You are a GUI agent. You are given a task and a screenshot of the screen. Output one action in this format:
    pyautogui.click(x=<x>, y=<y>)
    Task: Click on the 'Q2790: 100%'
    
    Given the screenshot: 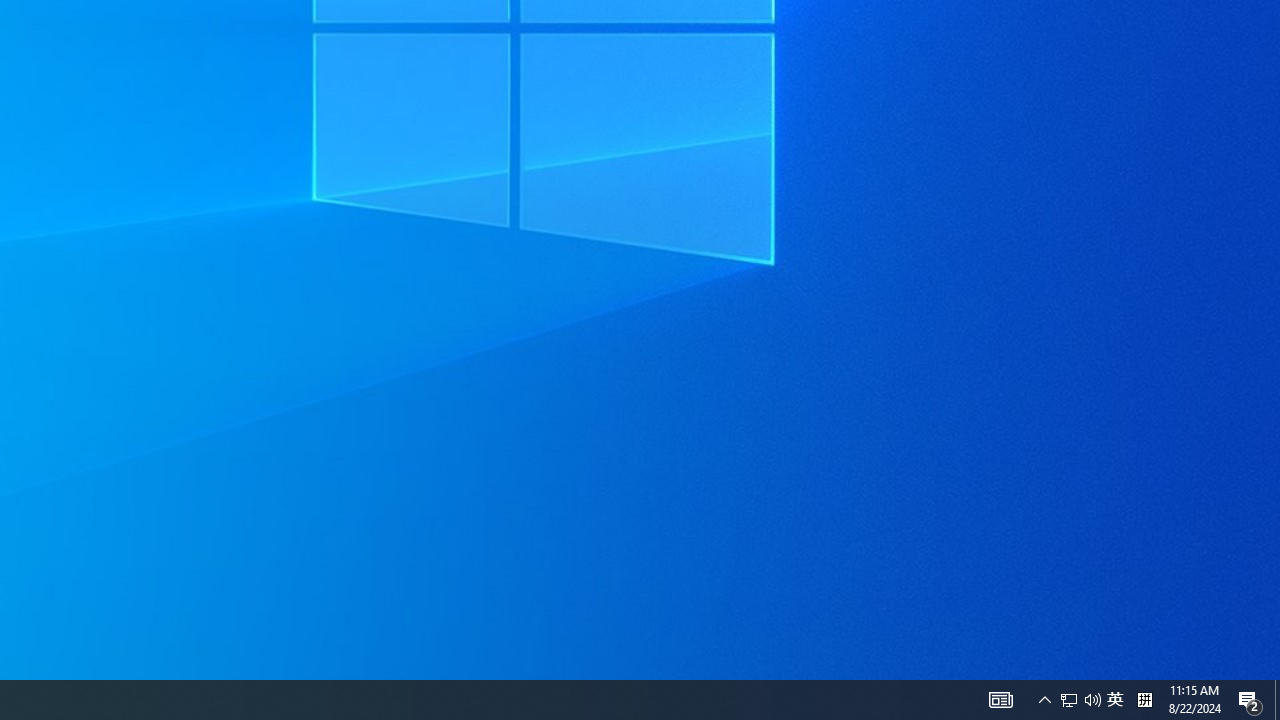 What is the action you would take?
    pyautogui.click(x=1092, y=698)
    